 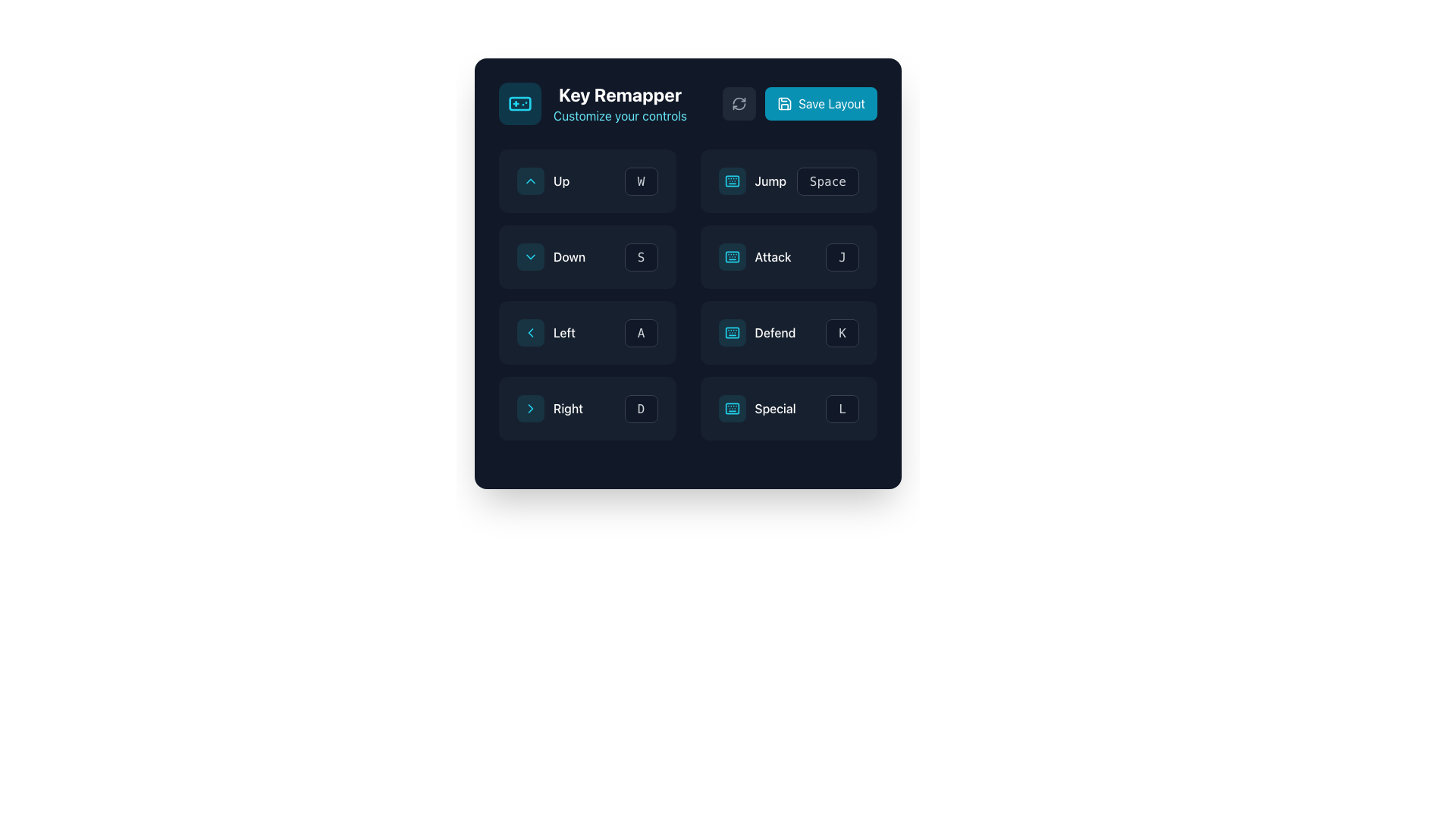 What do you see at coordinates (531, 332) in the screenshot?
I see `the non-interactive cyan chevron icon pointing left, which is part of the 'Left' button in the key remapper interface` at bounding box center [531, 332].